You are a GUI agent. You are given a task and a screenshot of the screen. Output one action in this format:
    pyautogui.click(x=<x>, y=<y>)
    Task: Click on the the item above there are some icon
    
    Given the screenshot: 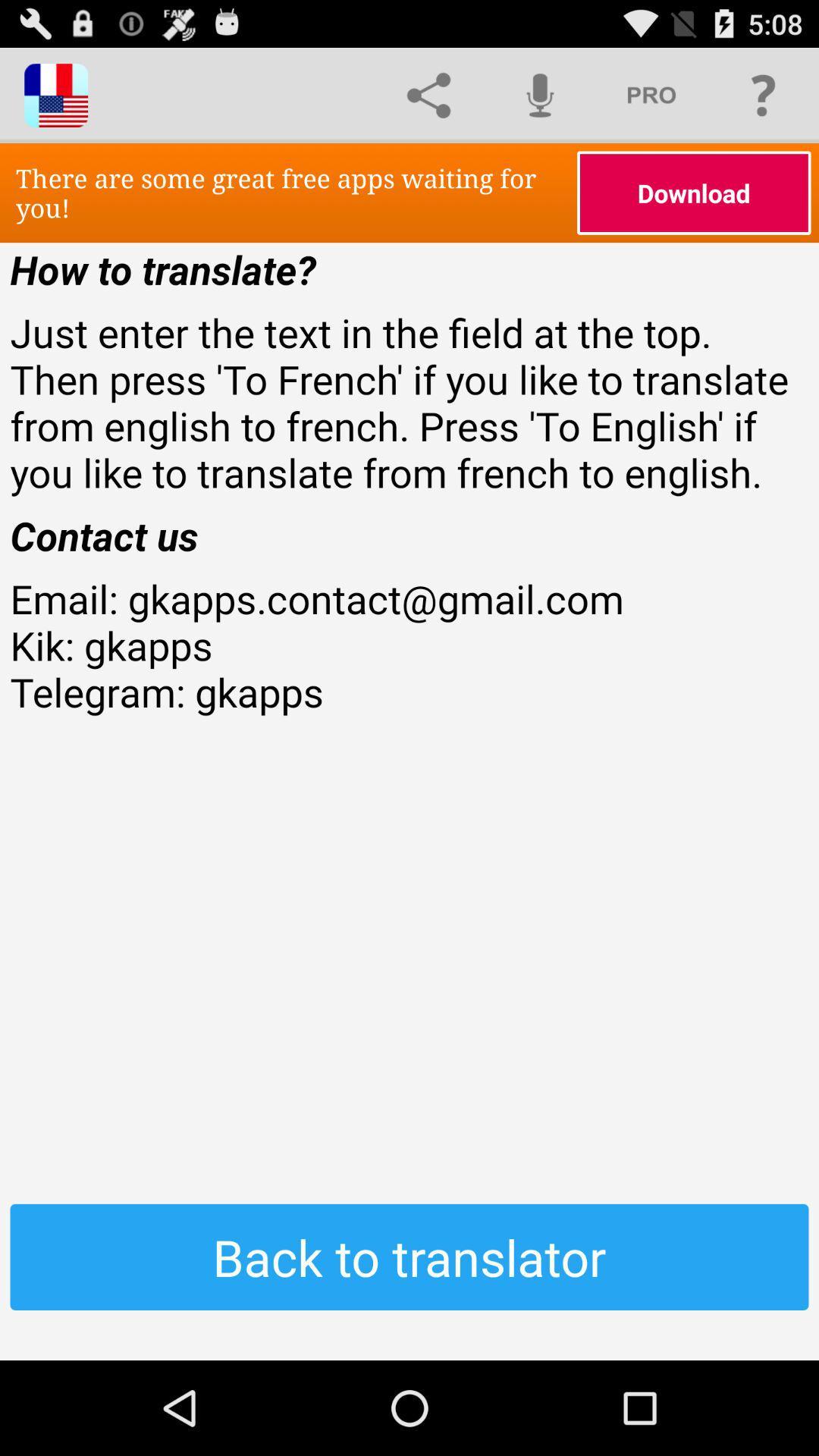 What is the action you would take?
    pyautogui.click(x=539, y=94)
    